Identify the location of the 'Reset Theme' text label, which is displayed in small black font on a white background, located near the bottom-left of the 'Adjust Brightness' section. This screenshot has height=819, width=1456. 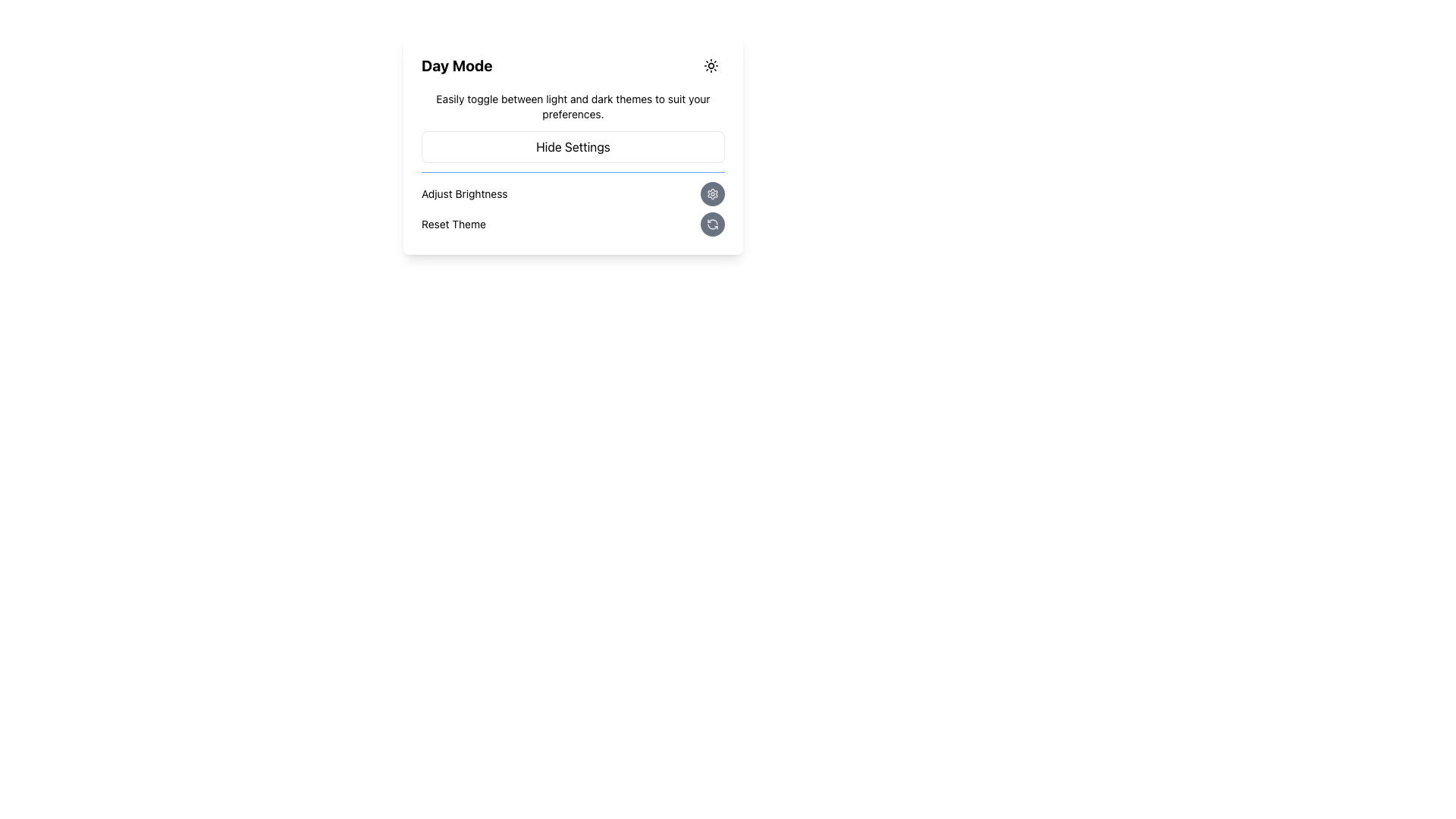
(453, 224).